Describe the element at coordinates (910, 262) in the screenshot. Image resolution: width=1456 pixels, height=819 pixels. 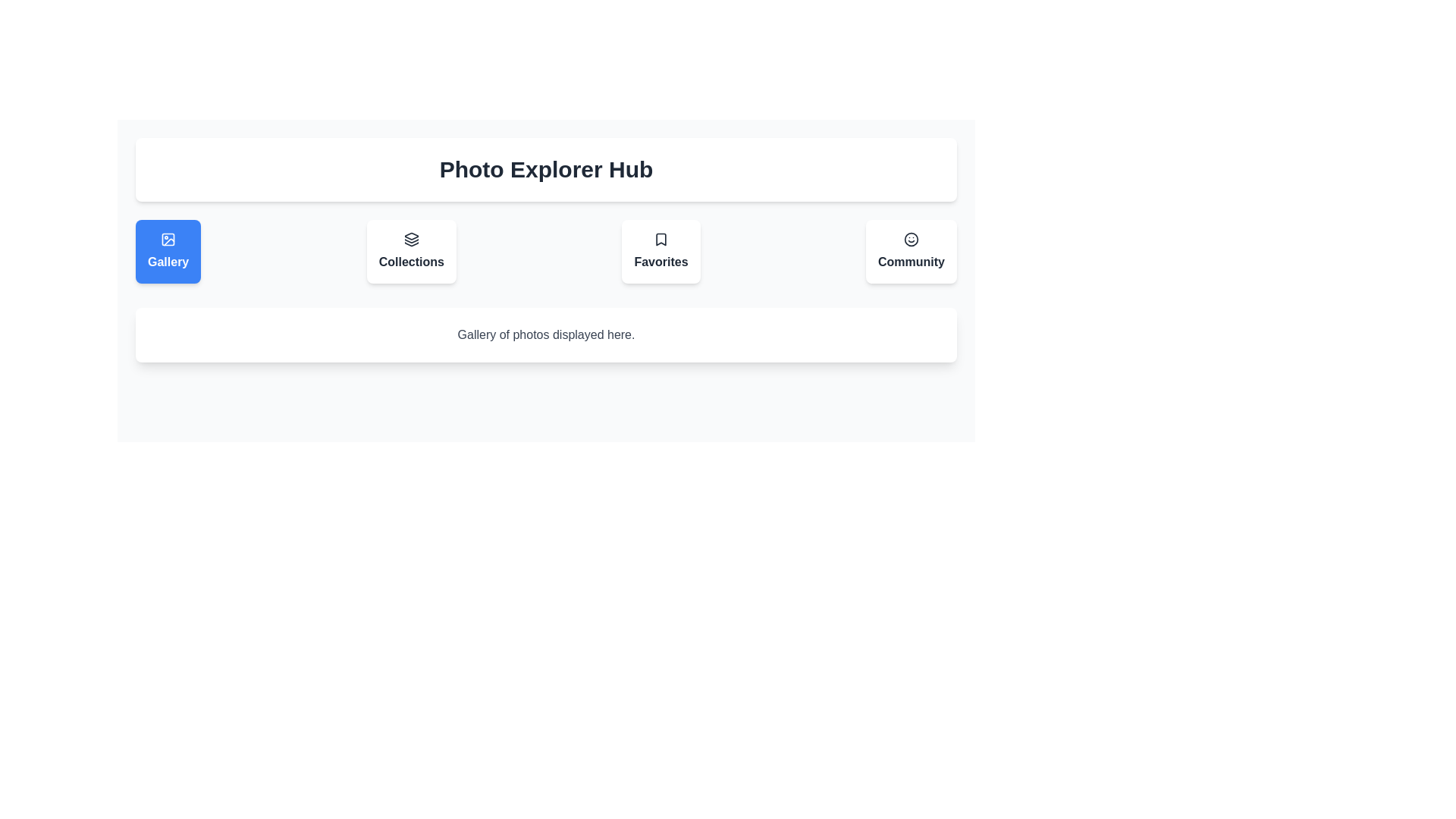
I see `the 'Community' text label located in the top-right corner of the fourth tile, under the smiling face icon` at that location.